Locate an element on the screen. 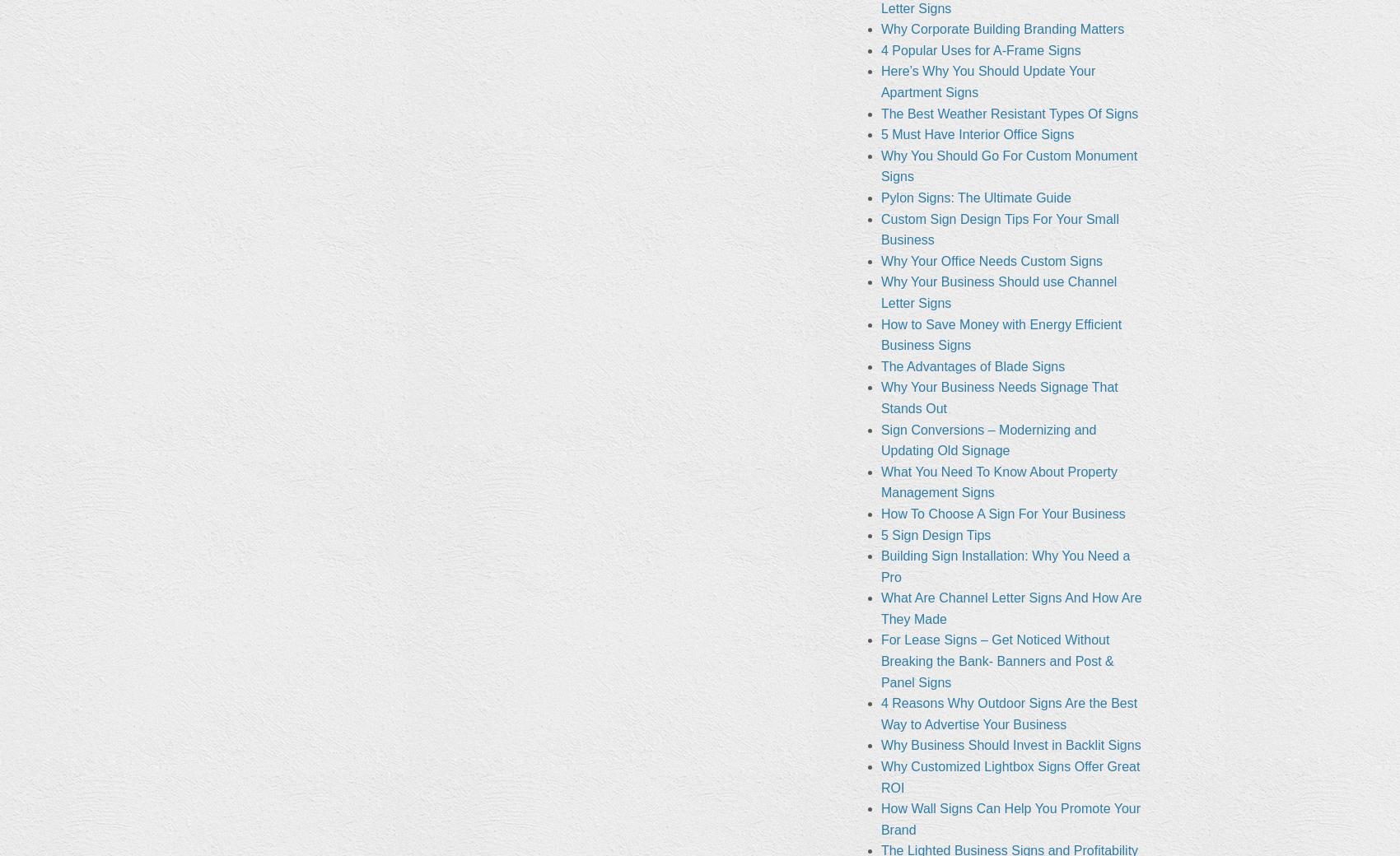 The height and width of the screenshot is (856, 1400). 'Here’s Why You Should Update Your Apartment Signs' is located at coordinates (987, 81).